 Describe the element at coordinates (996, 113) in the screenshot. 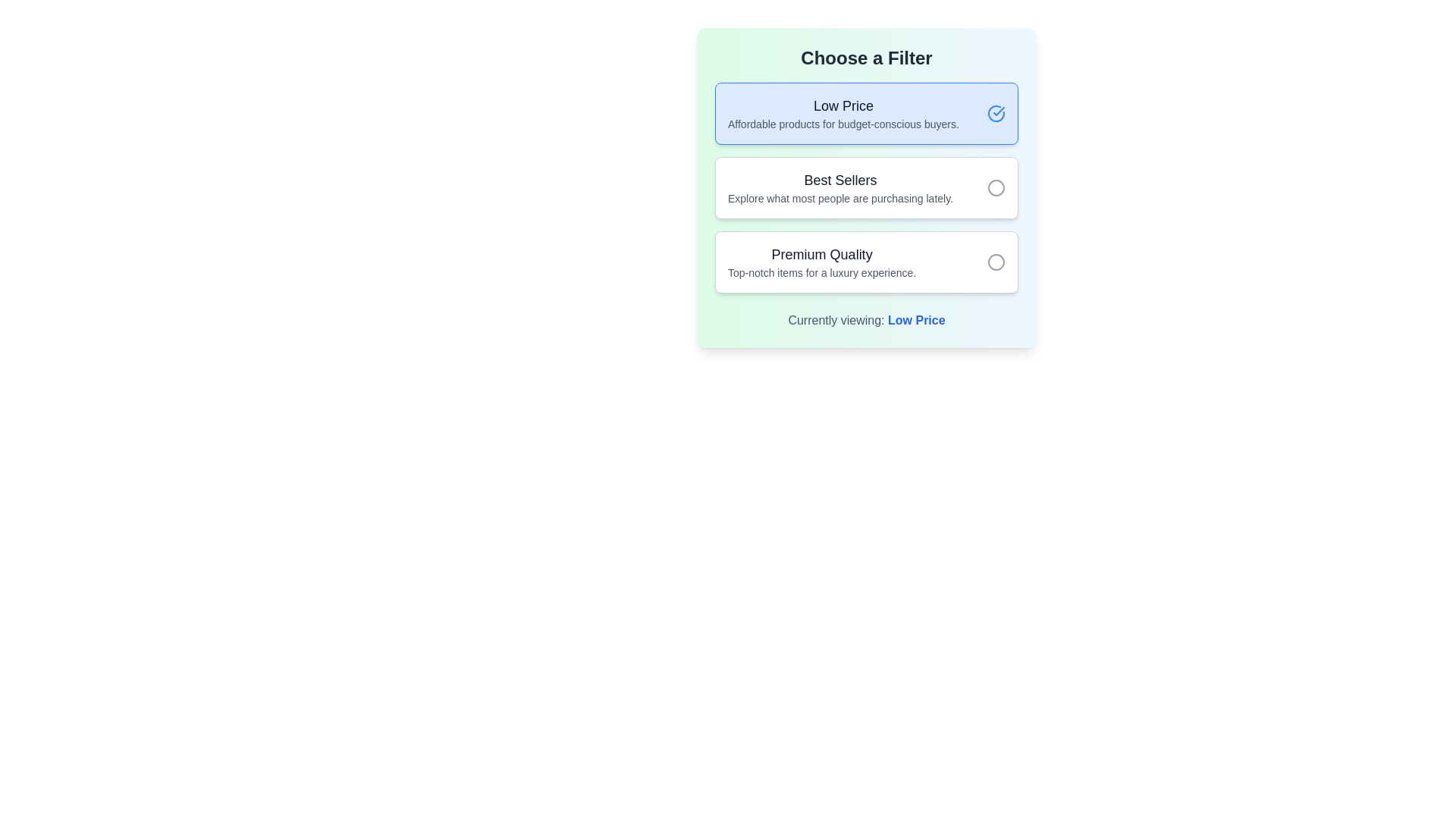

I see `the circular checkmark icon with a blue outline located to the far right of the 'Low Price' section` at that location.